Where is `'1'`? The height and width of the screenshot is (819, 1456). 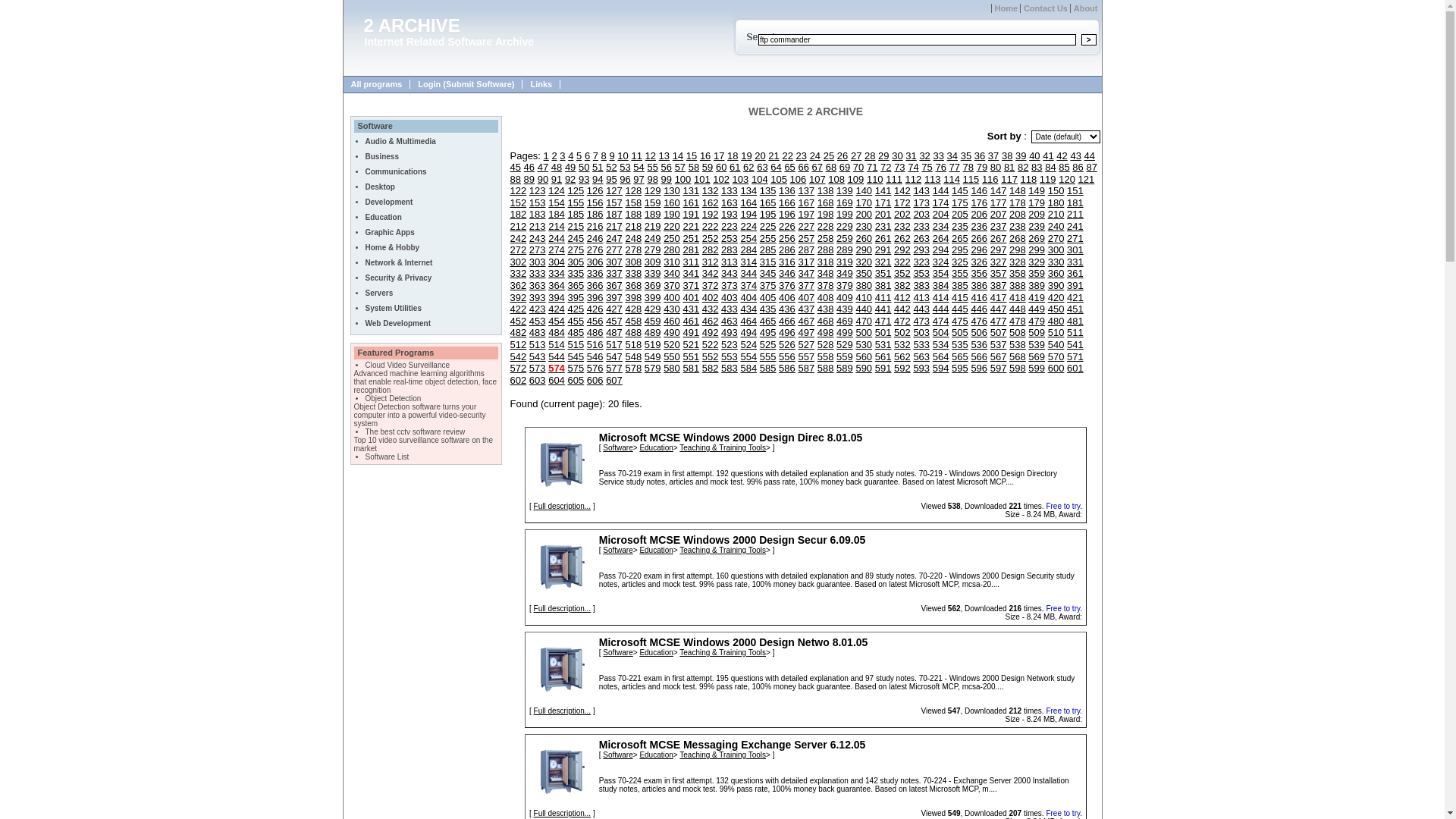
'1' is located at coordinates (546, 155).